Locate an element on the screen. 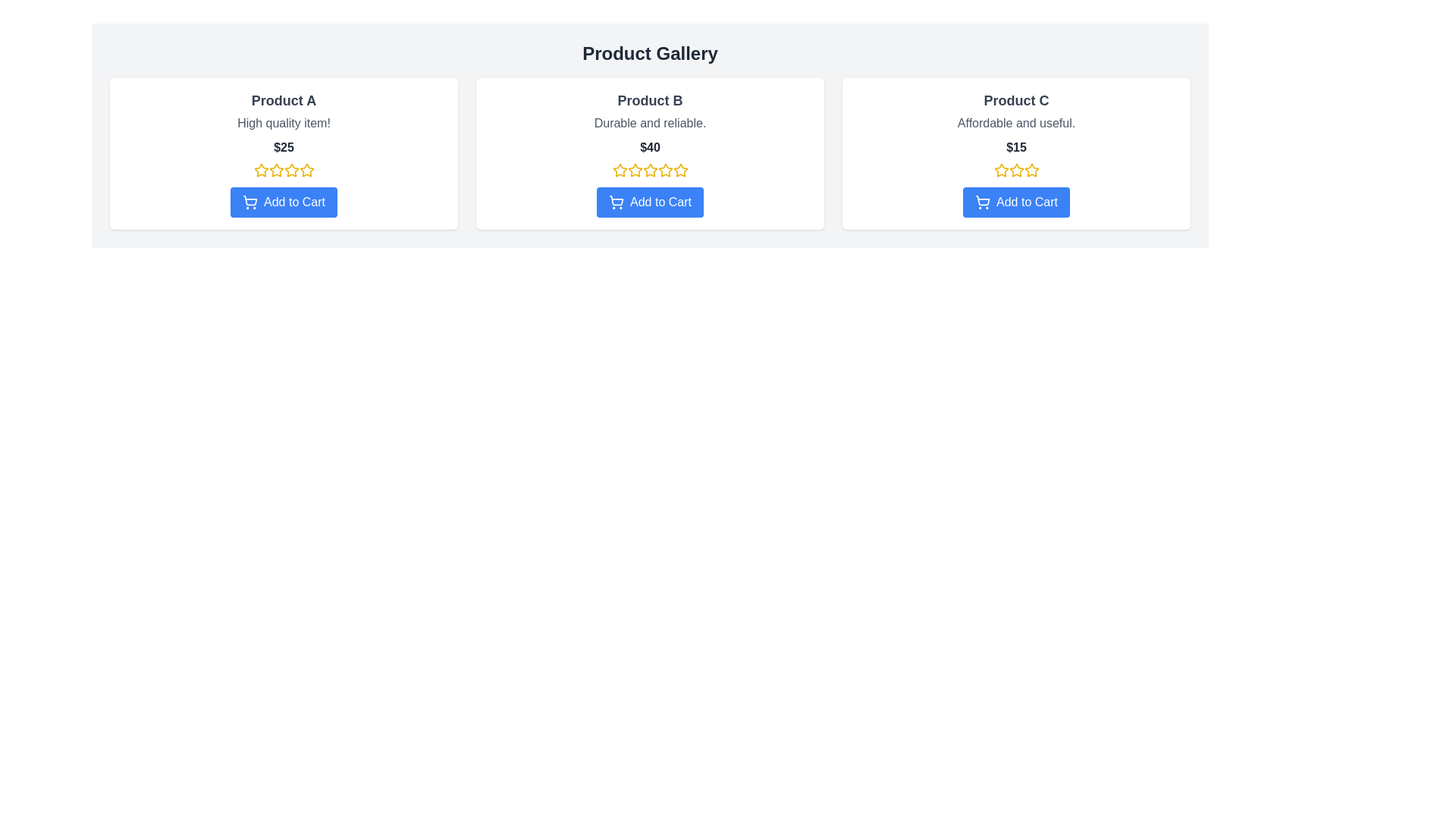  the third star-shaped icon with a yellow fill and distinct outline in the rating system under 'Product C' to rate it is located at coordinates (1031, 169).